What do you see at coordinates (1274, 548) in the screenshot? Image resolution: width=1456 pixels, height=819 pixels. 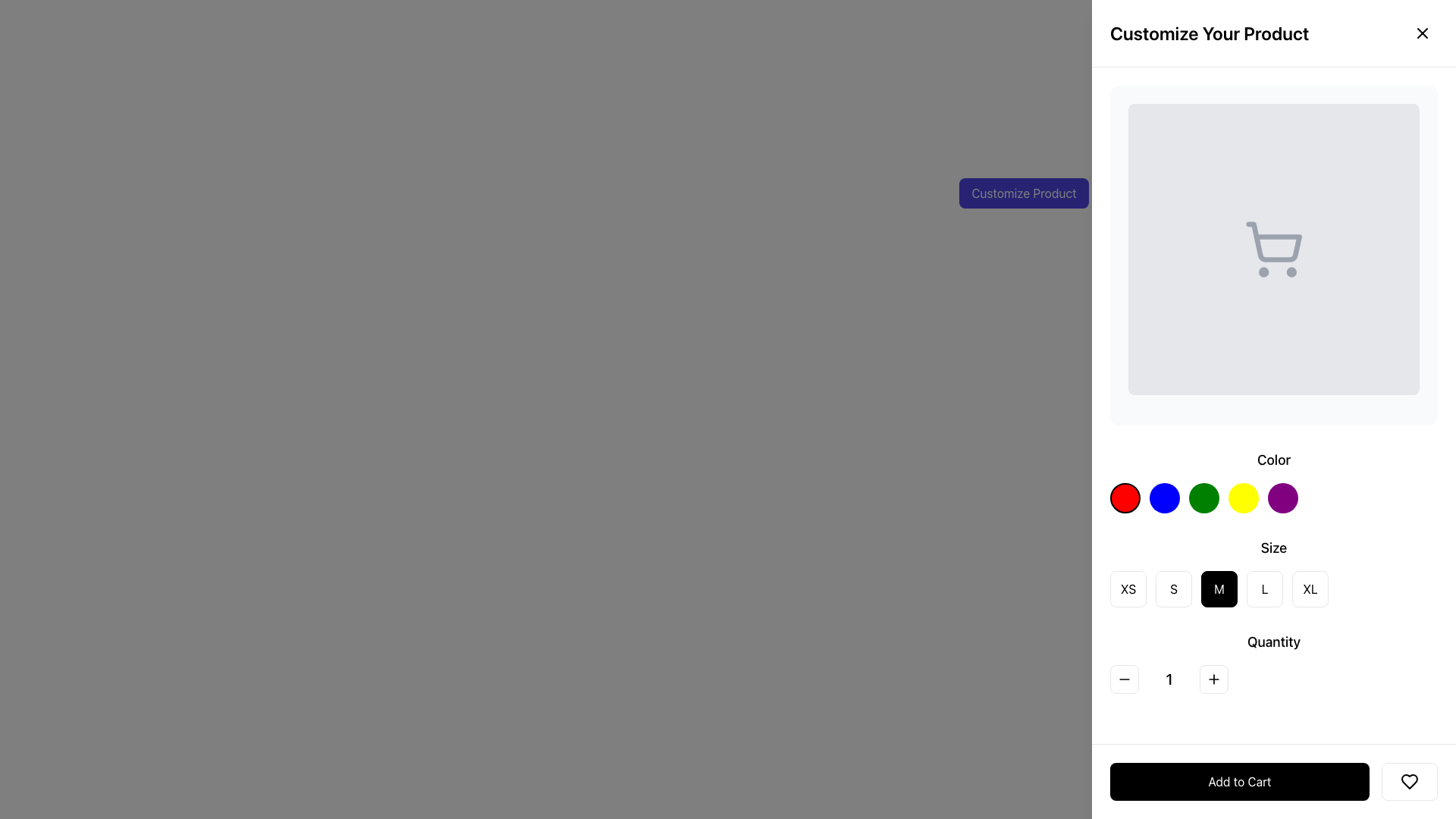 I see `the 'Size' label, which is a bold textual label located above the size selection buttons in the product customization sidebar` at bounding box center [1274, 548].